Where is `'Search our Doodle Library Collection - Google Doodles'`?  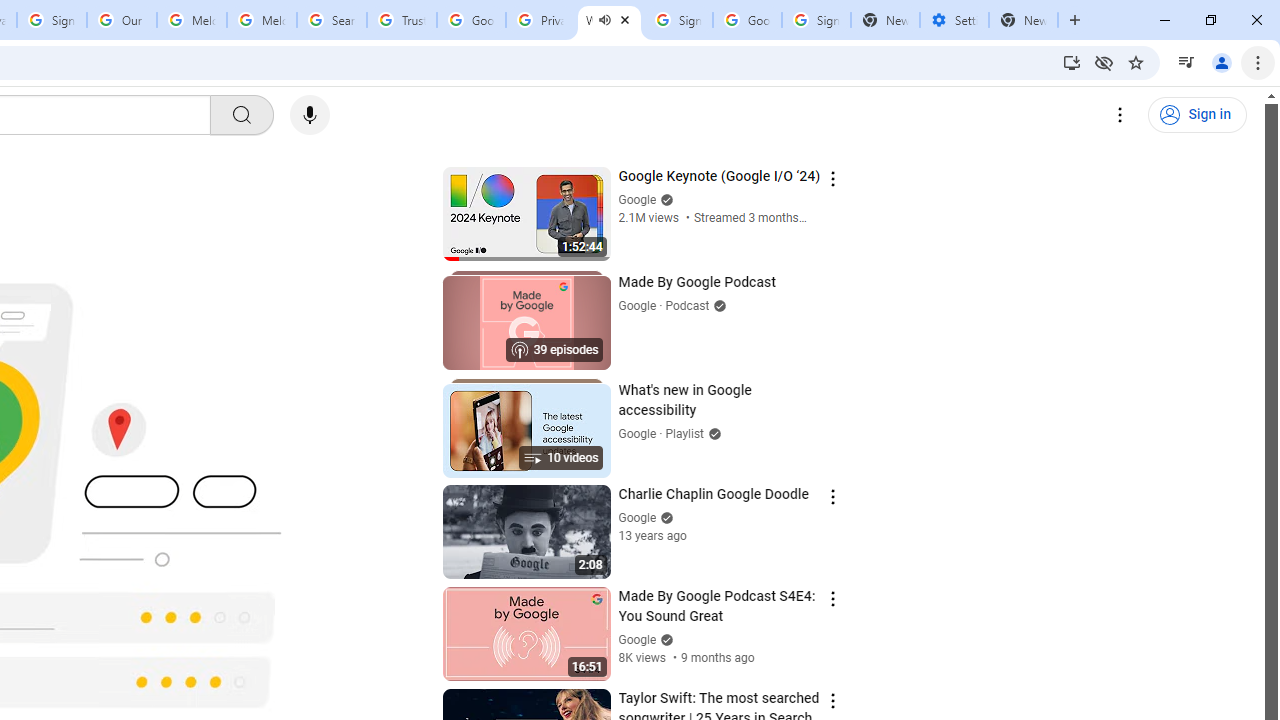
'Search our Doodle Library Collection - Google Doodles' is located at coordinates (332, 20).